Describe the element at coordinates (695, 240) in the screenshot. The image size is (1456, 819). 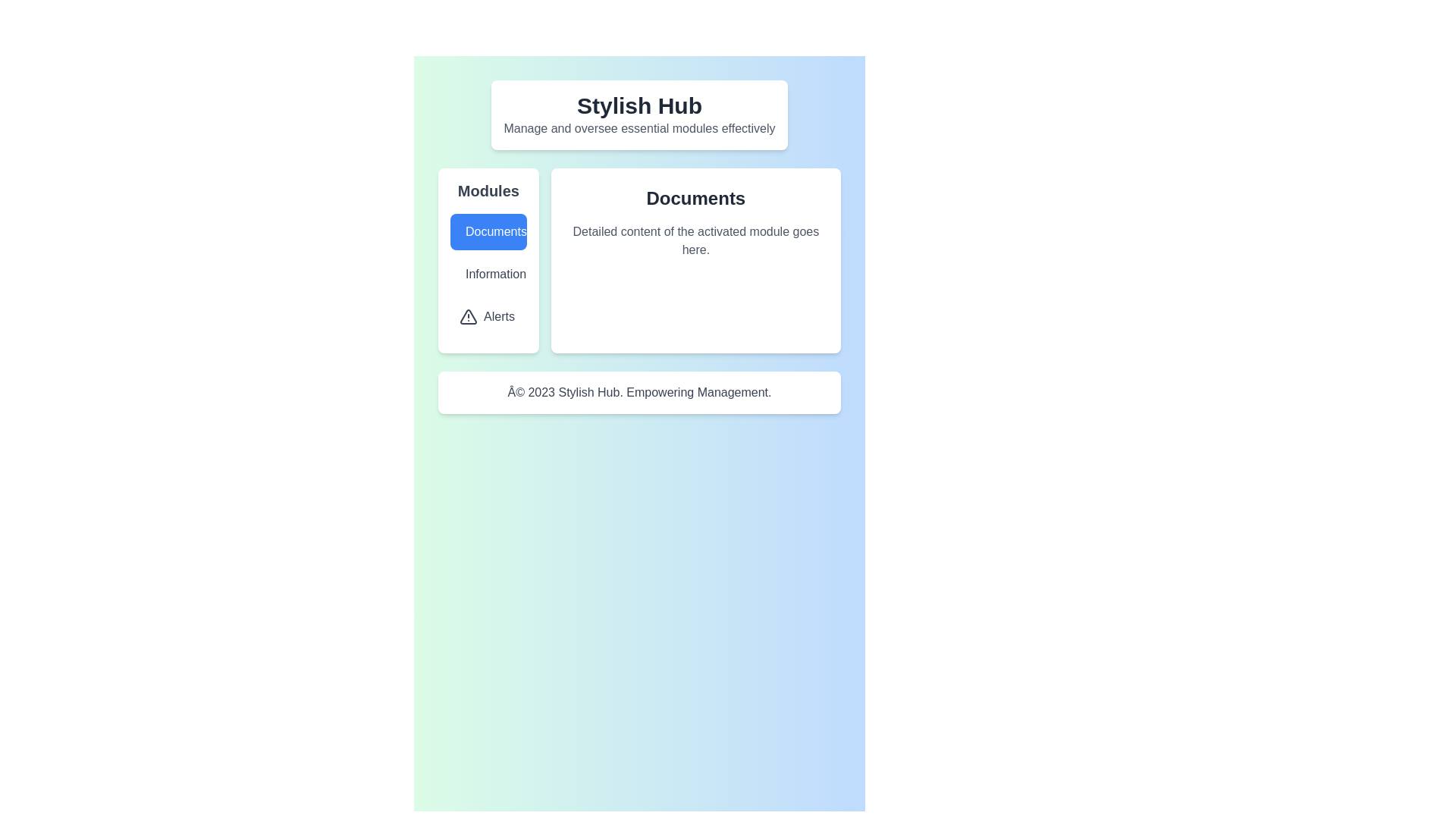
I see `the Text Label located in the 'Documents' section, directly below the header 'Documents', as it provides additional information or context` at that location.